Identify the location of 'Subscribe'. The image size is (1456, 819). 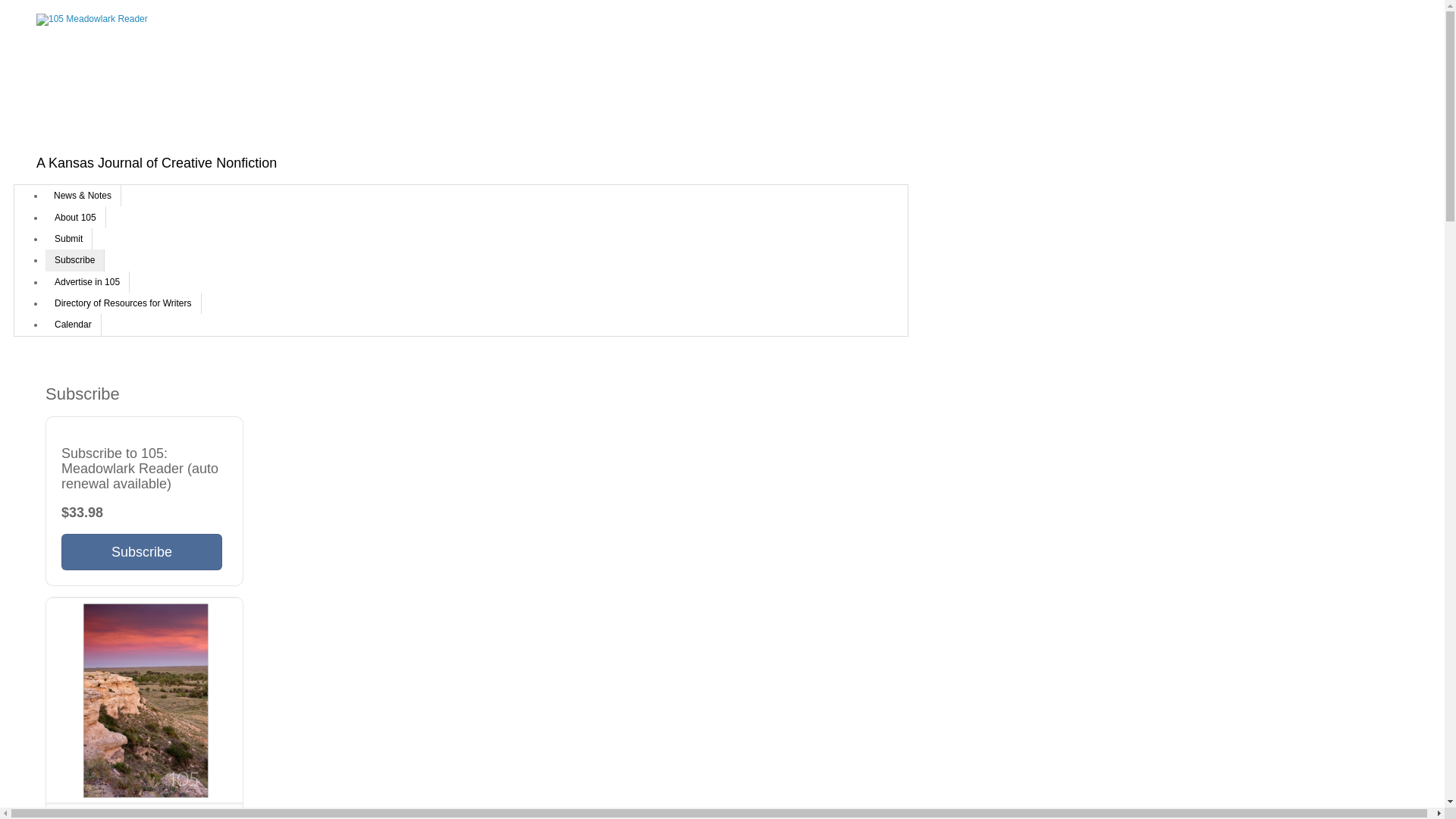
(74, 259).